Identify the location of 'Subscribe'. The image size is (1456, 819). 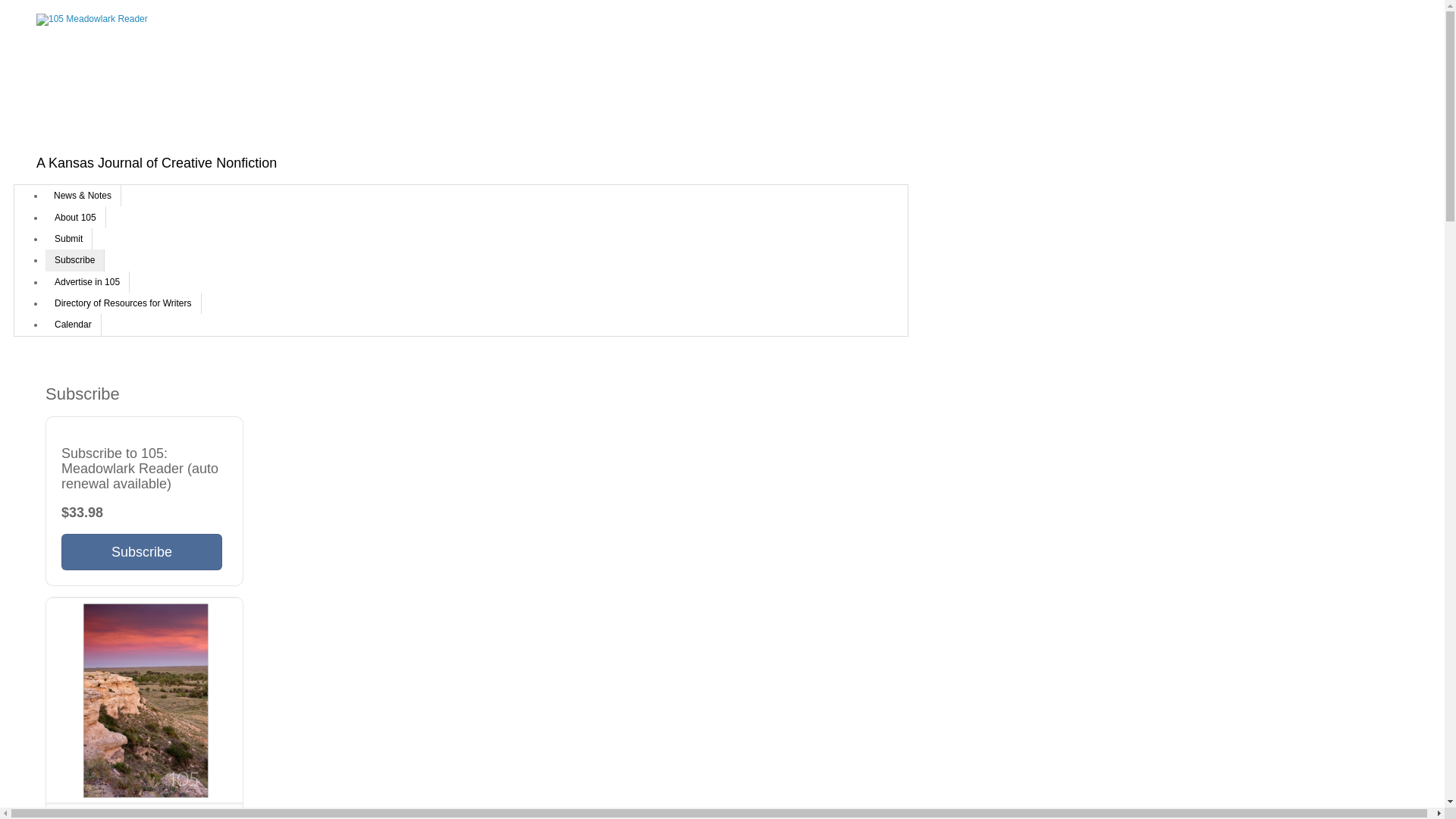
(74, 259).